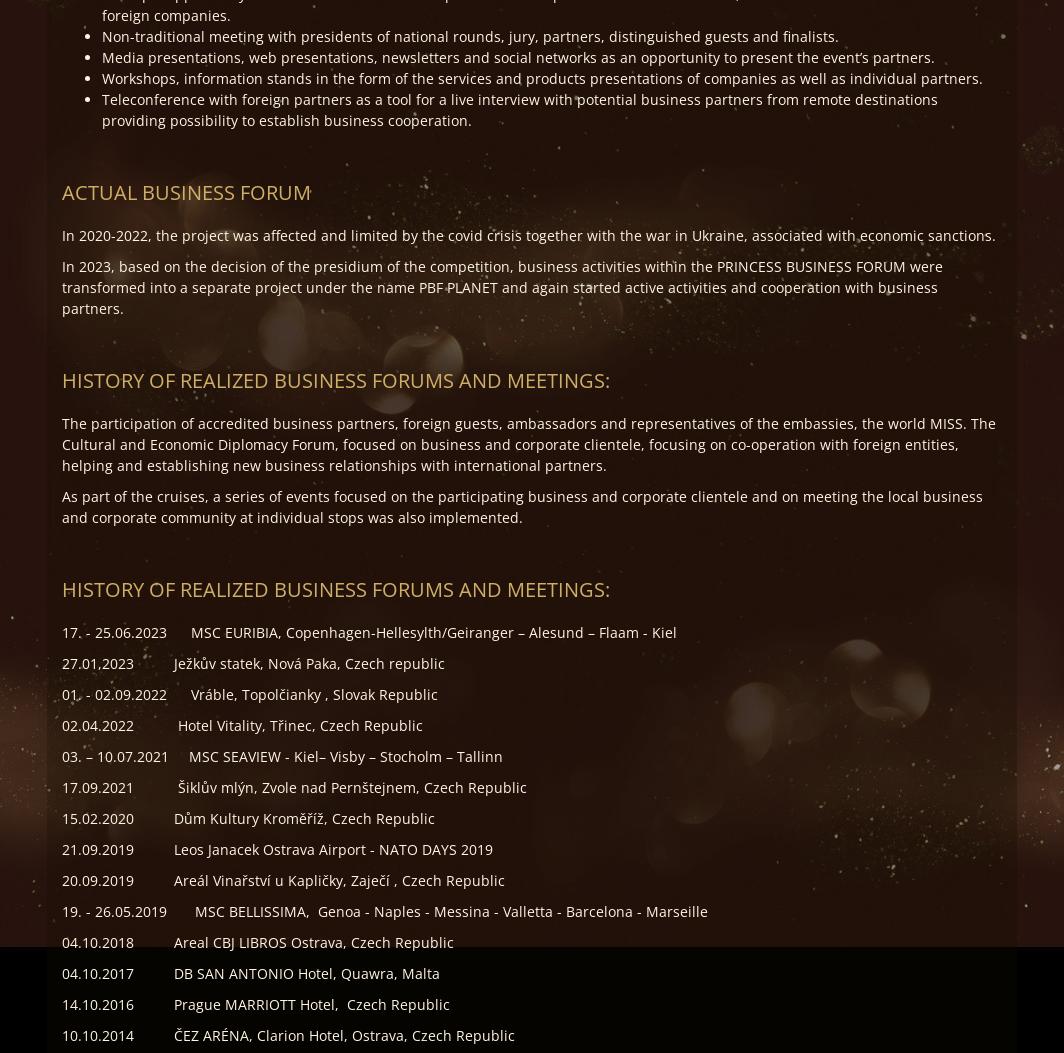  I want to click on '27.01,2023          Ježkův statek, Nová Paka, Czech republic', so click(255, 662).